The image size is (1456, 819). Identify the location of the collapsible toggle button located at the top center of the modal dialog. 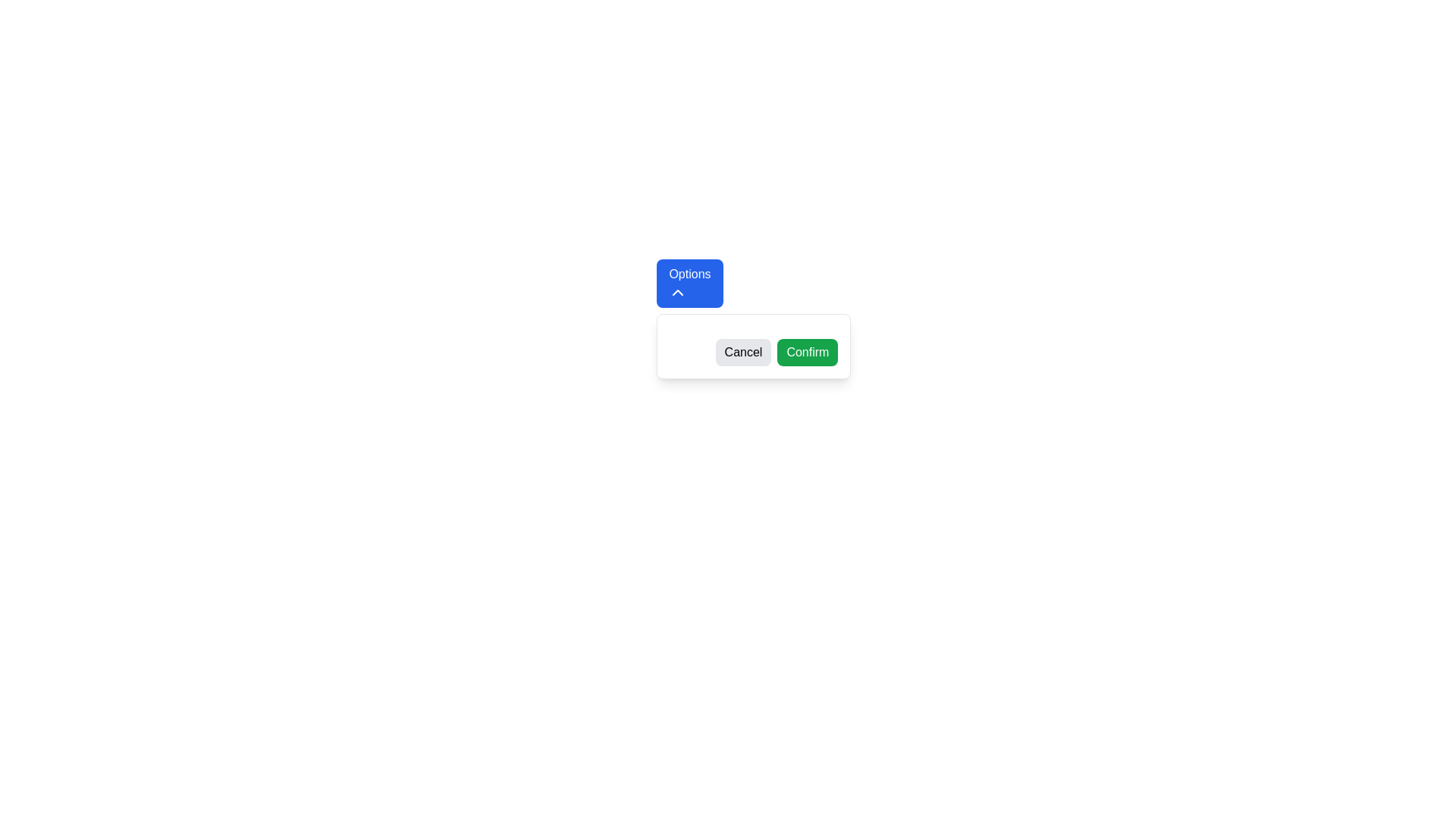
(689, 284).